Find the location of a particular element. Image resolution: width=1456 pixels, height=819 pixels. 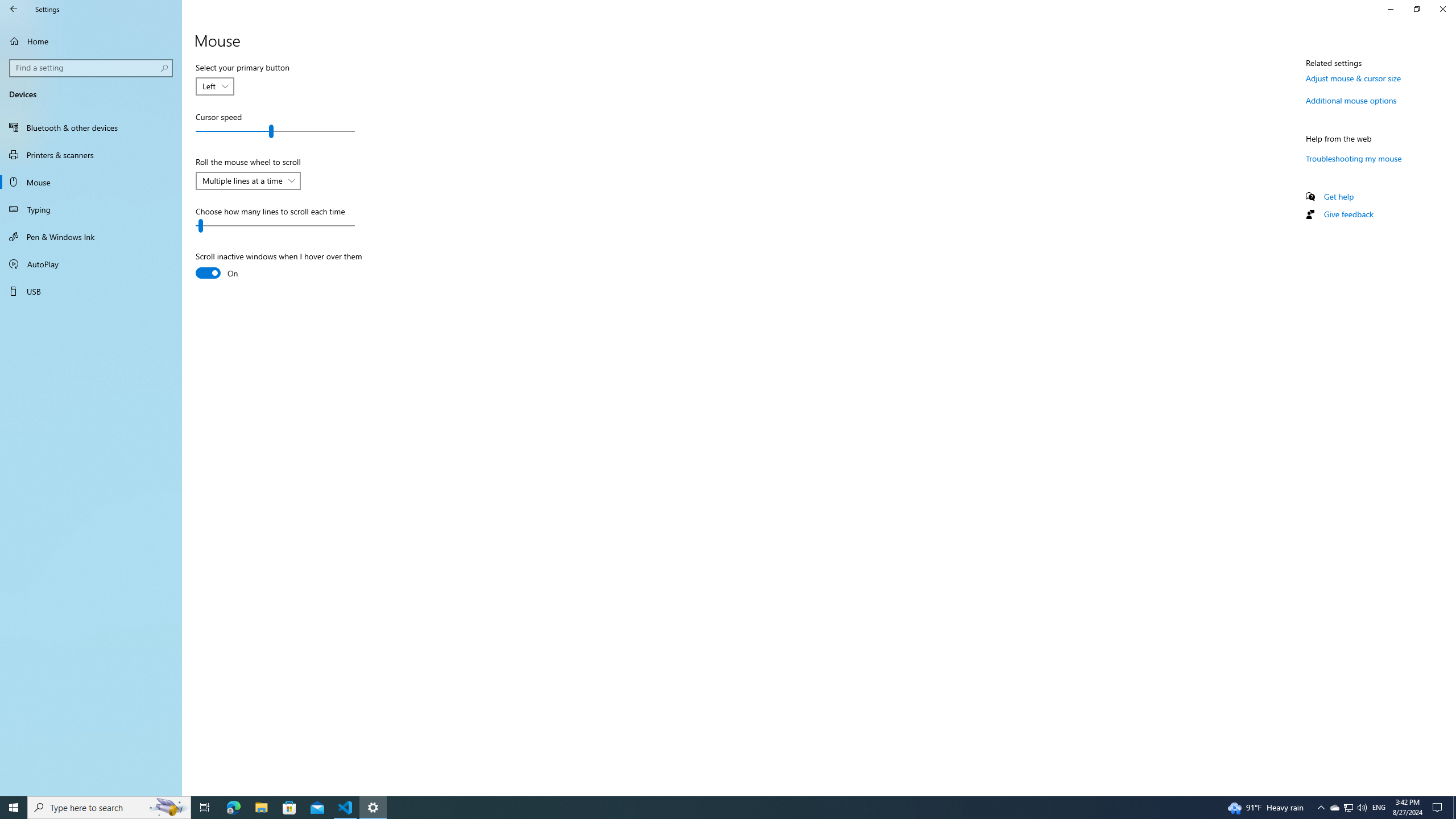

'Choose how many lines to scroll each time' is located at coordinates (274, 226).